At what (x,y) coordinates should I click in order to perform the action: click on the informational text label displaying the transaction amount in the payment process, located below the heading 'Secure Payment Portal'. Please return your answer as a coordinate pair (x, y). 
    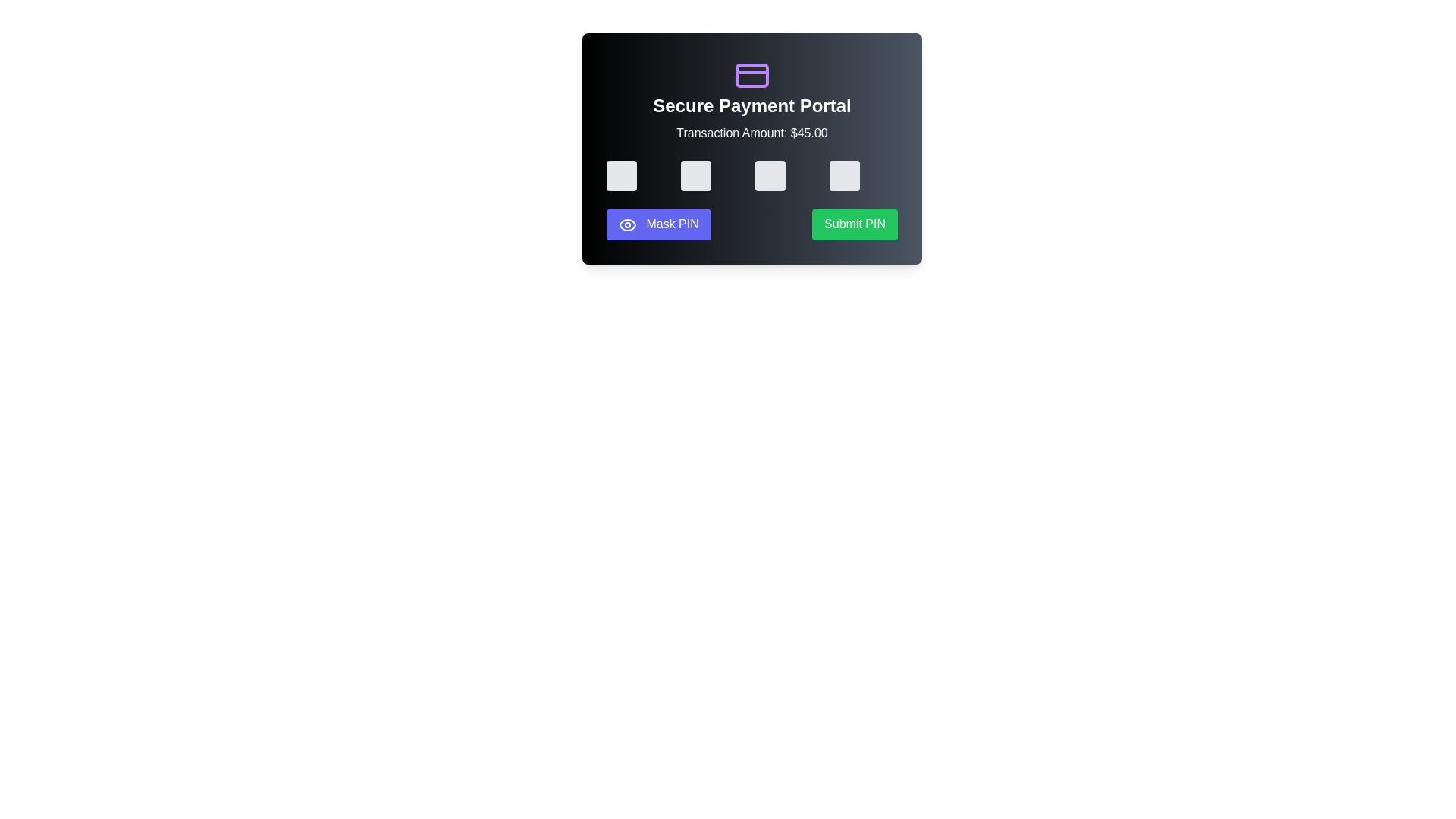
    Looking at the image, I should click on (752, 133).